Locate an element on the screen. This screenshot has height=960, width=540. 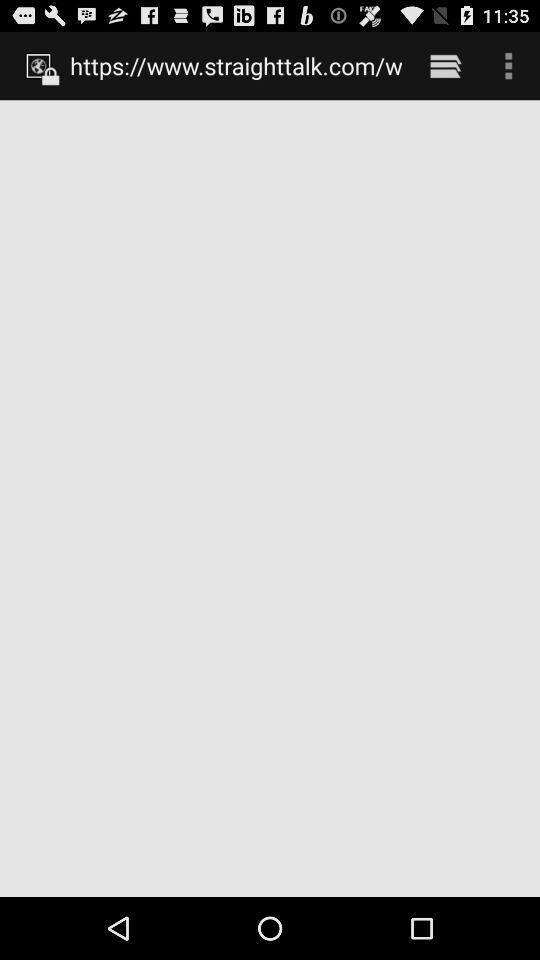
the item to the right of https www straighttalk icon is located at coordinates (445, 65).